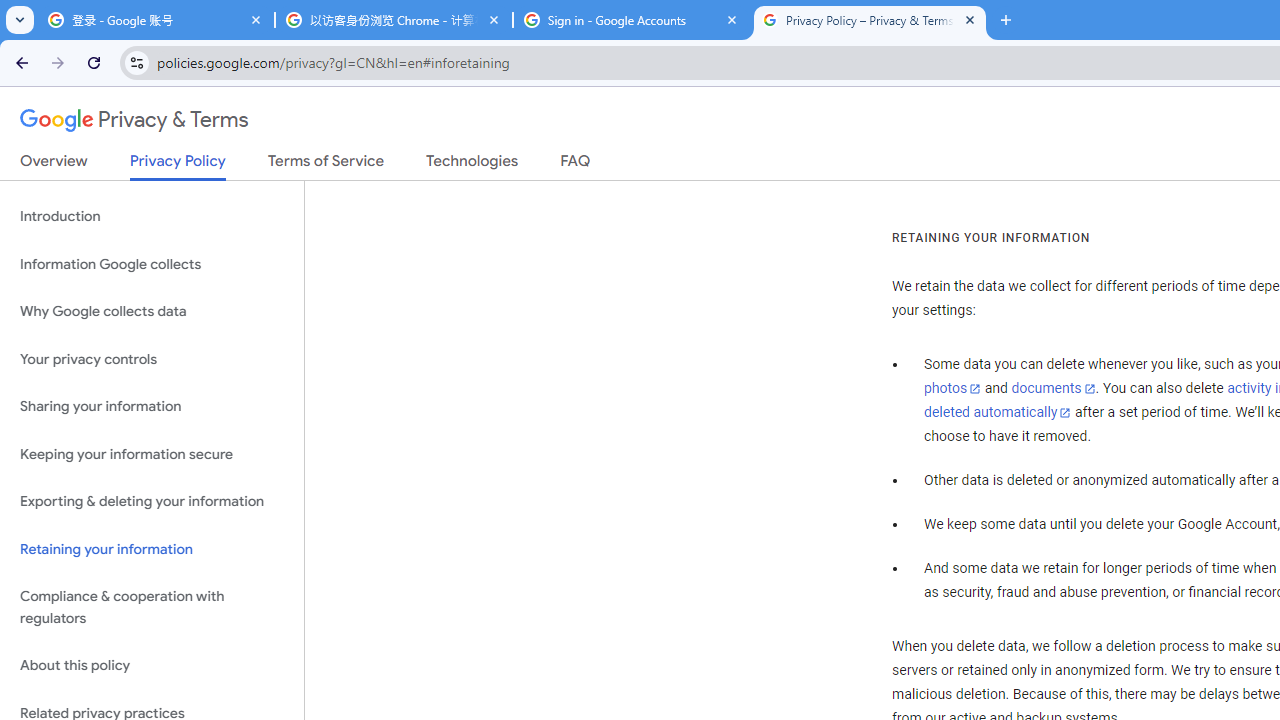 The image size is (1280, 720). Describe the element at coordinates (177, 165) in the screenshot. I see `'Privacy Policy'` at that location.